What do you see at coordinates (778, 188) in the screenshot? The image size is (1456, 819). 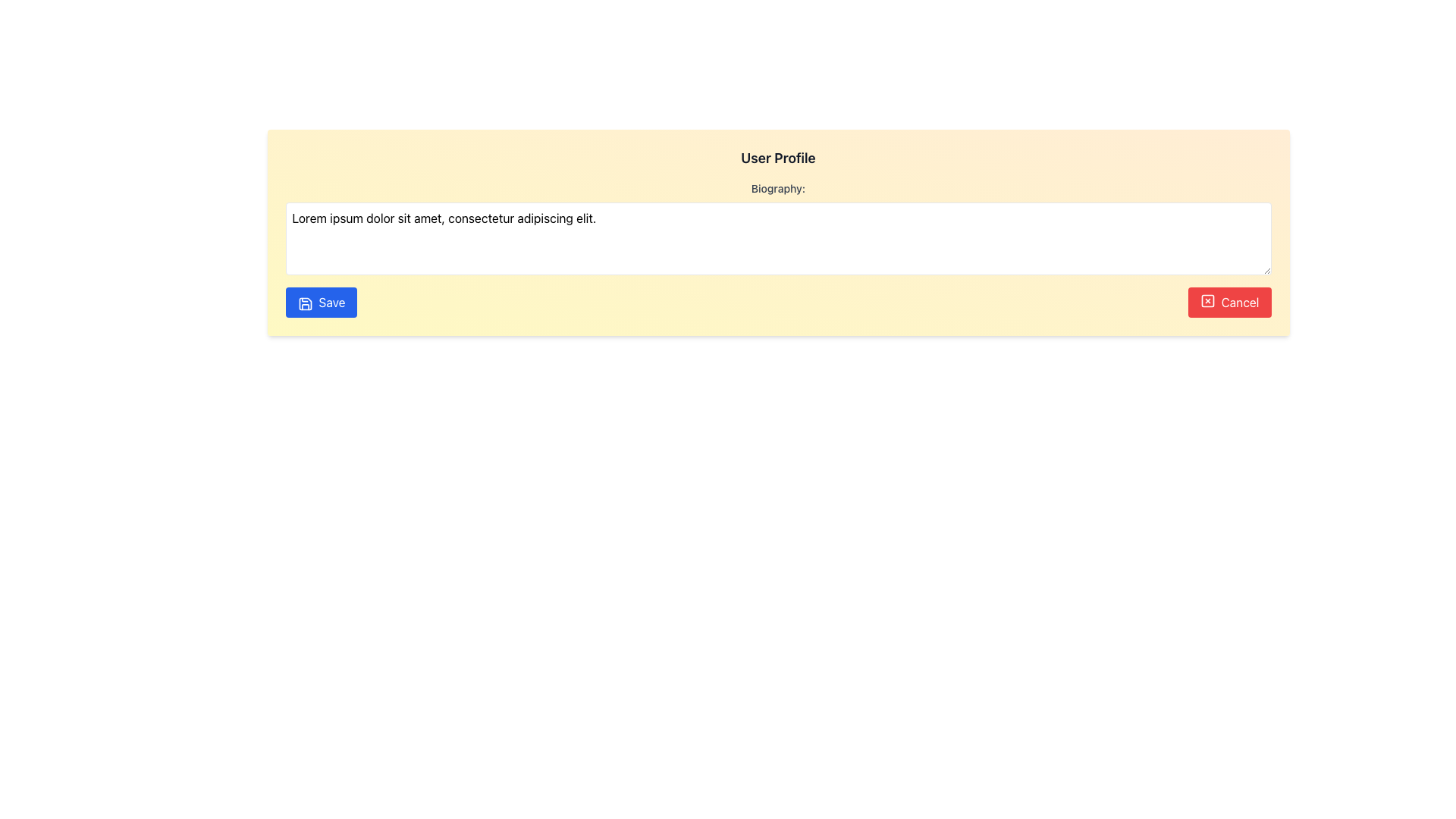 I see `the 'Biography:' label, which is styled with a medium-sized font and located above the text input area` at bounding box center [778, 188].